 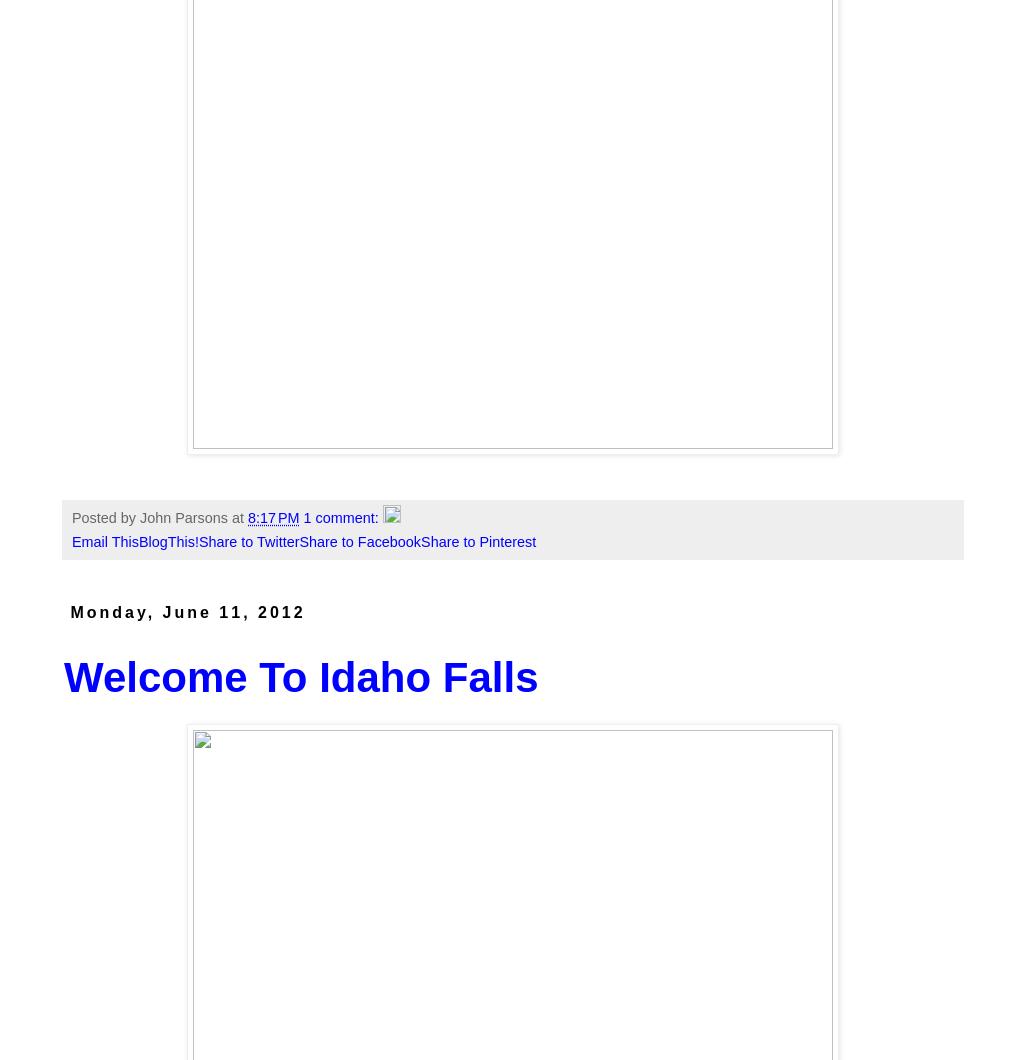 I want to click on 'at', so click(x=239, y=517).